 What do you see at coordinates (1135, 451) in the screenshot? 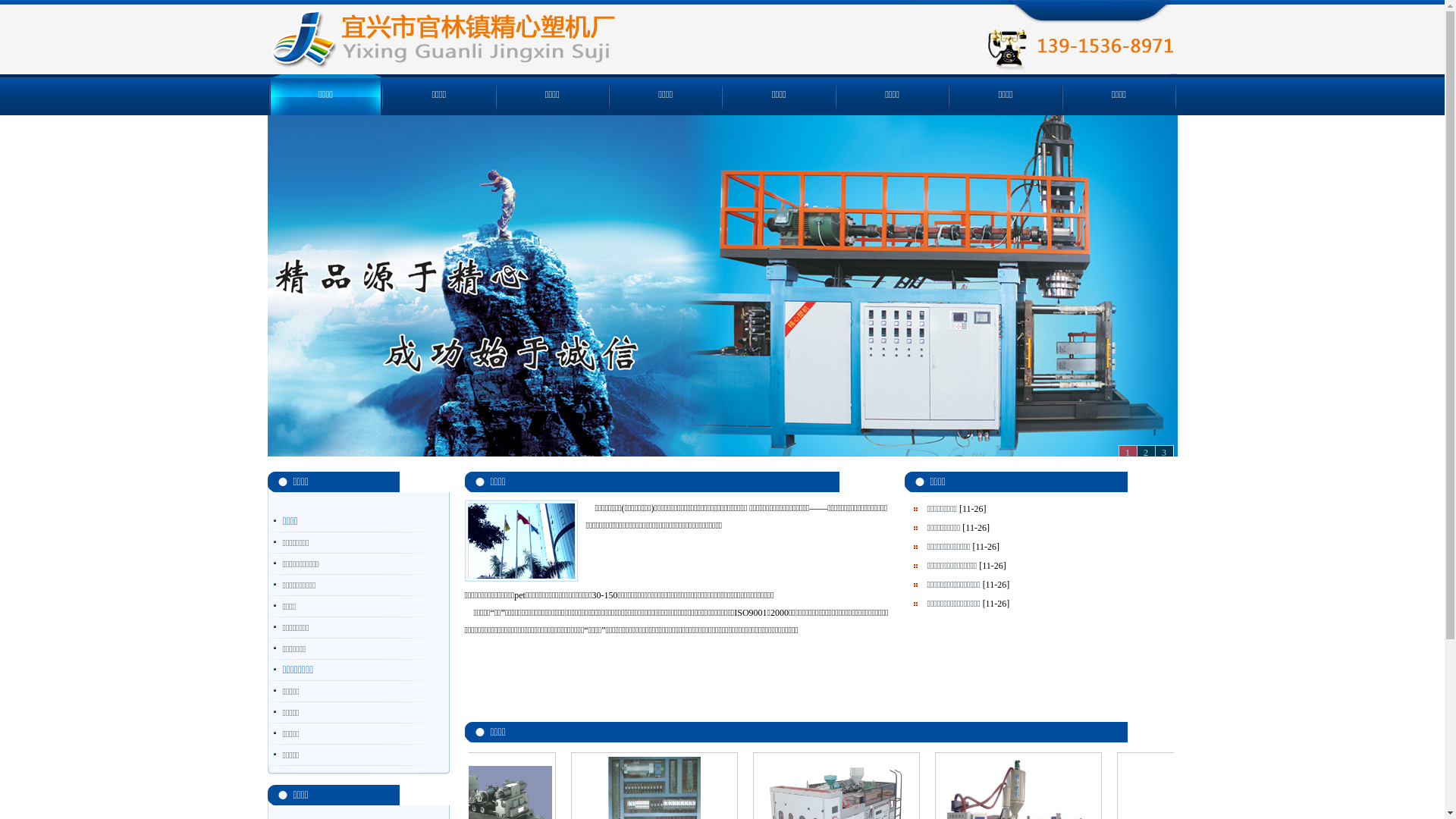
I see `'2'` at bounding box center [1135, 451].